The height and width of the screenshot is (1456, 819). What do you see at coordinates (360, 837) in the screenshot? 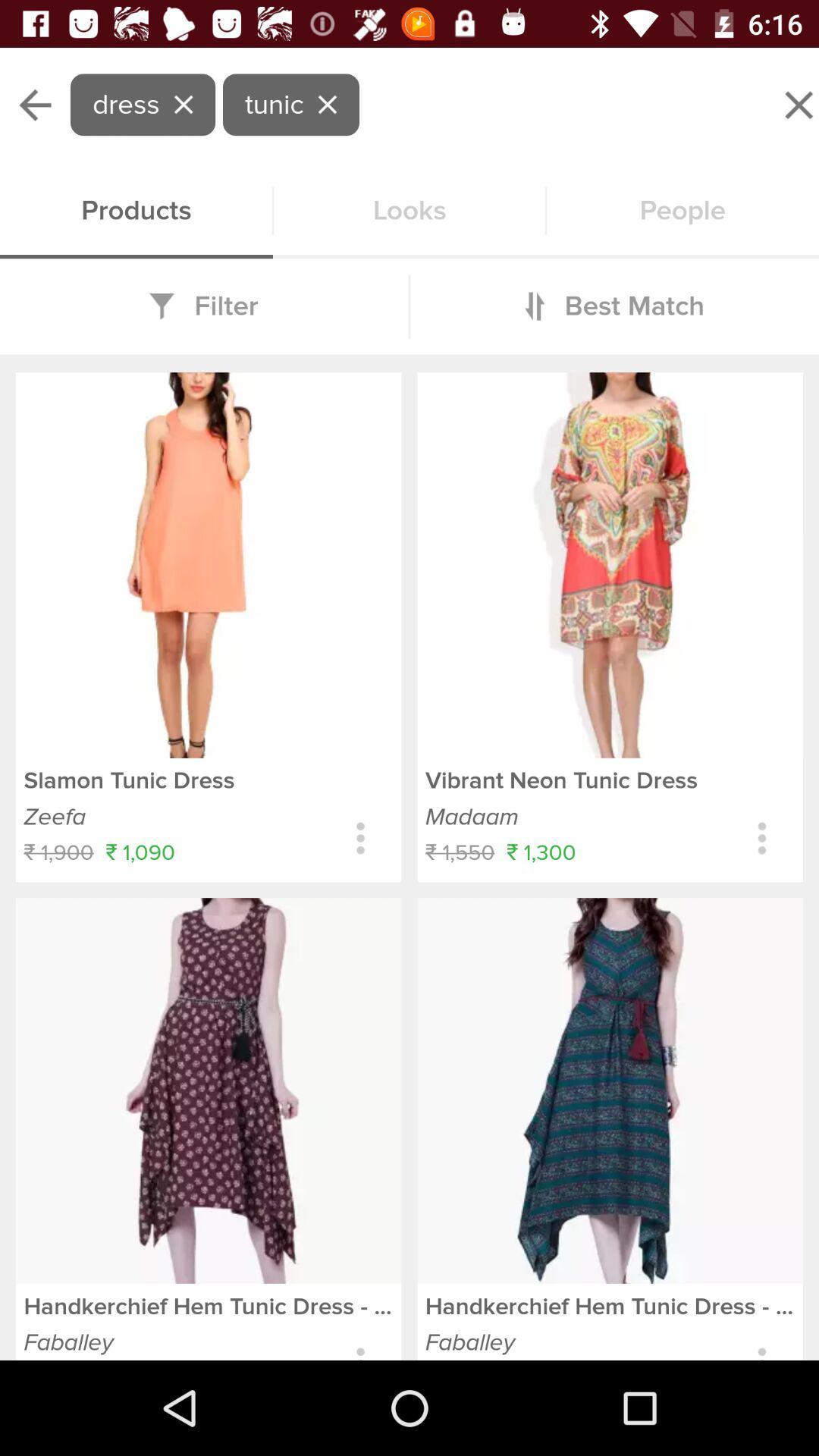
I see `choose options` at bounding box center [360, 837].